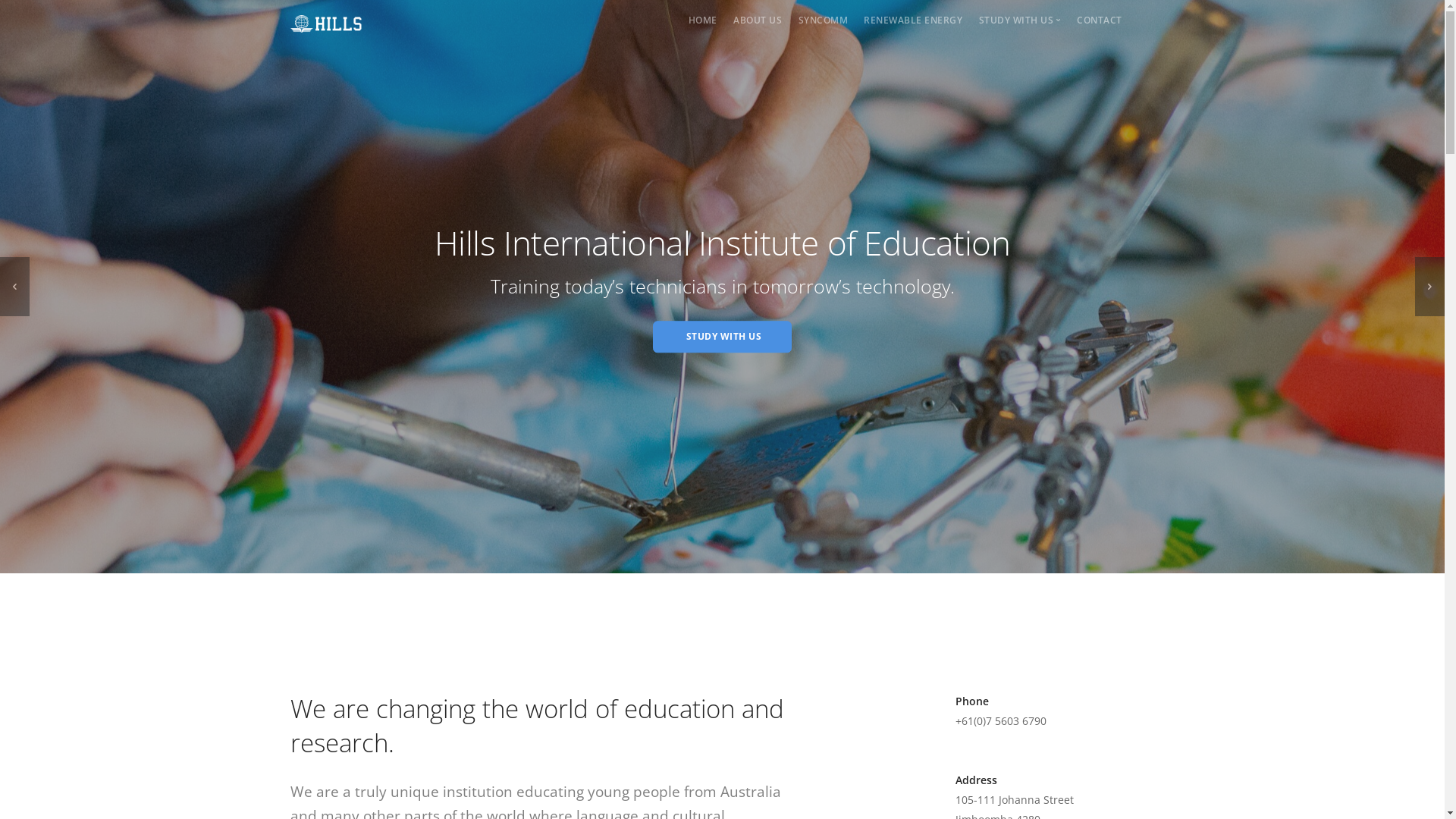 This screenshot has height=819, width=1456. What do you see at coordinates (721, 335) in the screenshot?
I see `' STUDY WITH US'` at bounding box center [721, 335].